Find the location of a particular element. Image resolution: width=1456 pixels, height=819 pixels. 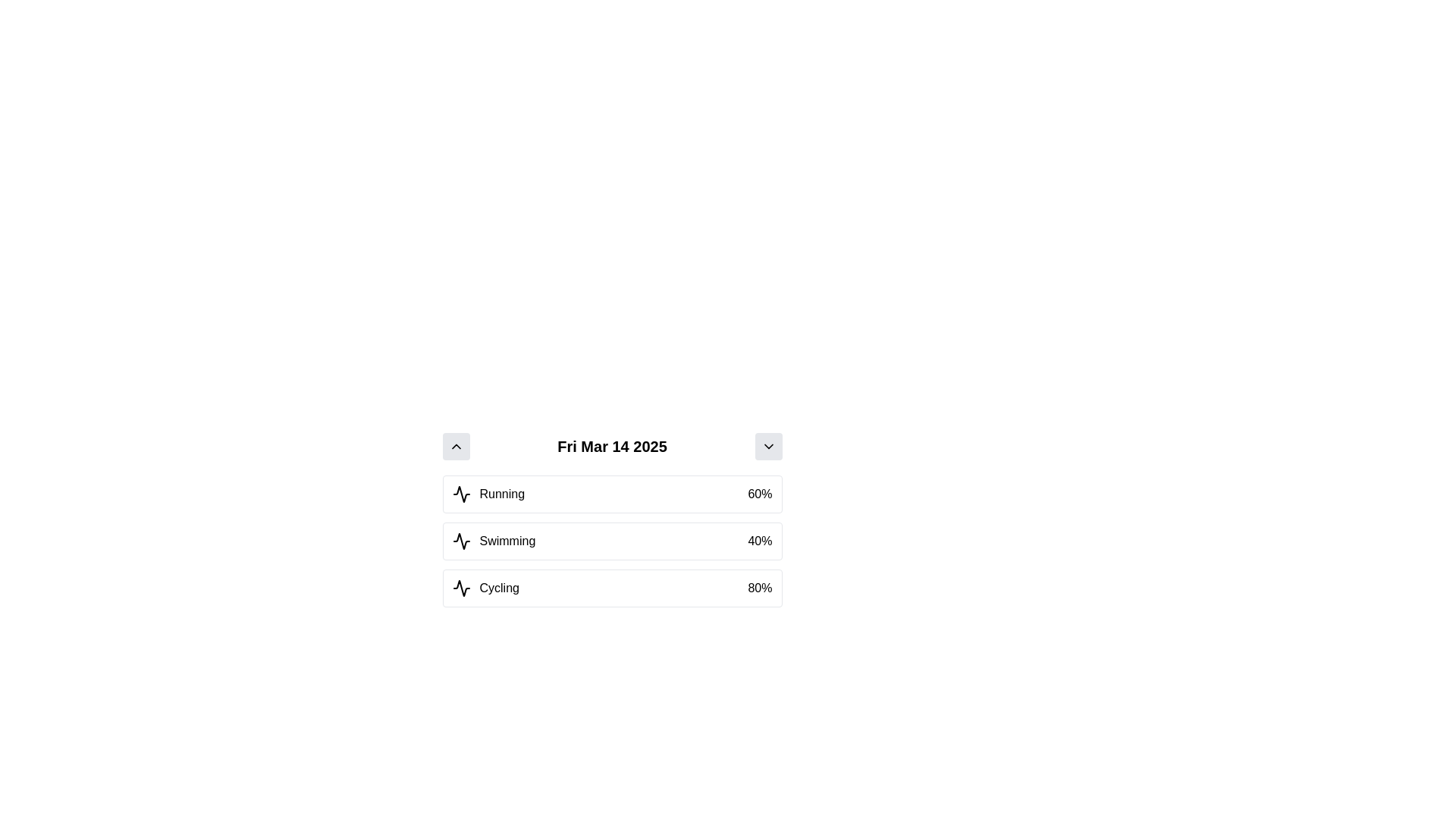

the rectangular button with rounded corners and a light gray background that contains a downward-pointing chevron icon, located in the top-right corner of the section displaying 'Fri Mar 14 2025' is located at coordinates (768, 446).